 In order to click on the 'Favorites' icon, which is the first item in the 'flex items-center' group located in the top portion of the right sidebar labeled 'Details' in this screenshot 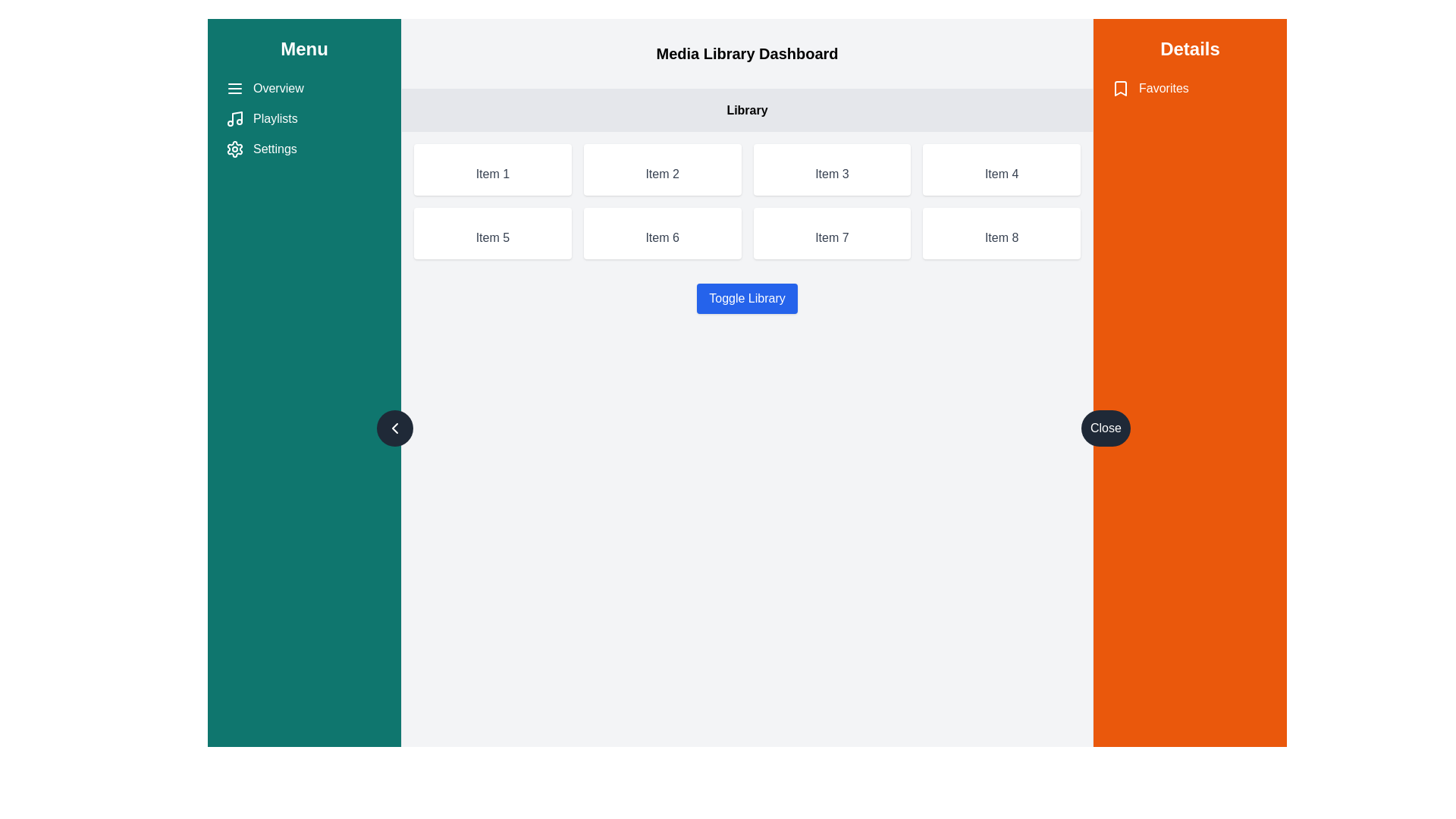, I will do `click(1121, 88)`.